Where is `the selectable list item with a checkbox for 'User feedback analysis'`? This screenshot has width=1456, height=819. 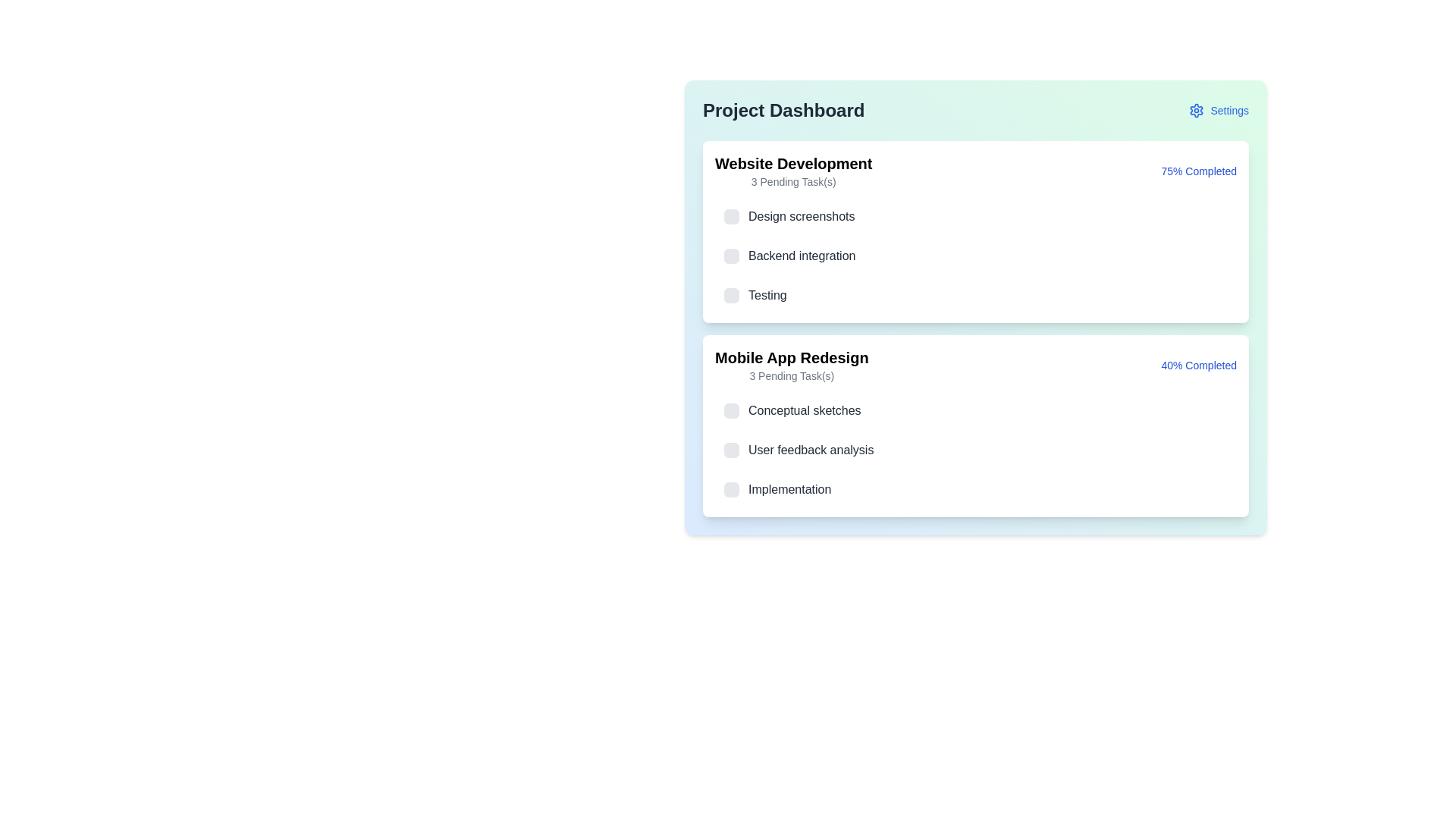 the selectable list item with a checkbox for 'User feedback analysis' is located at coordinates (975, 450).